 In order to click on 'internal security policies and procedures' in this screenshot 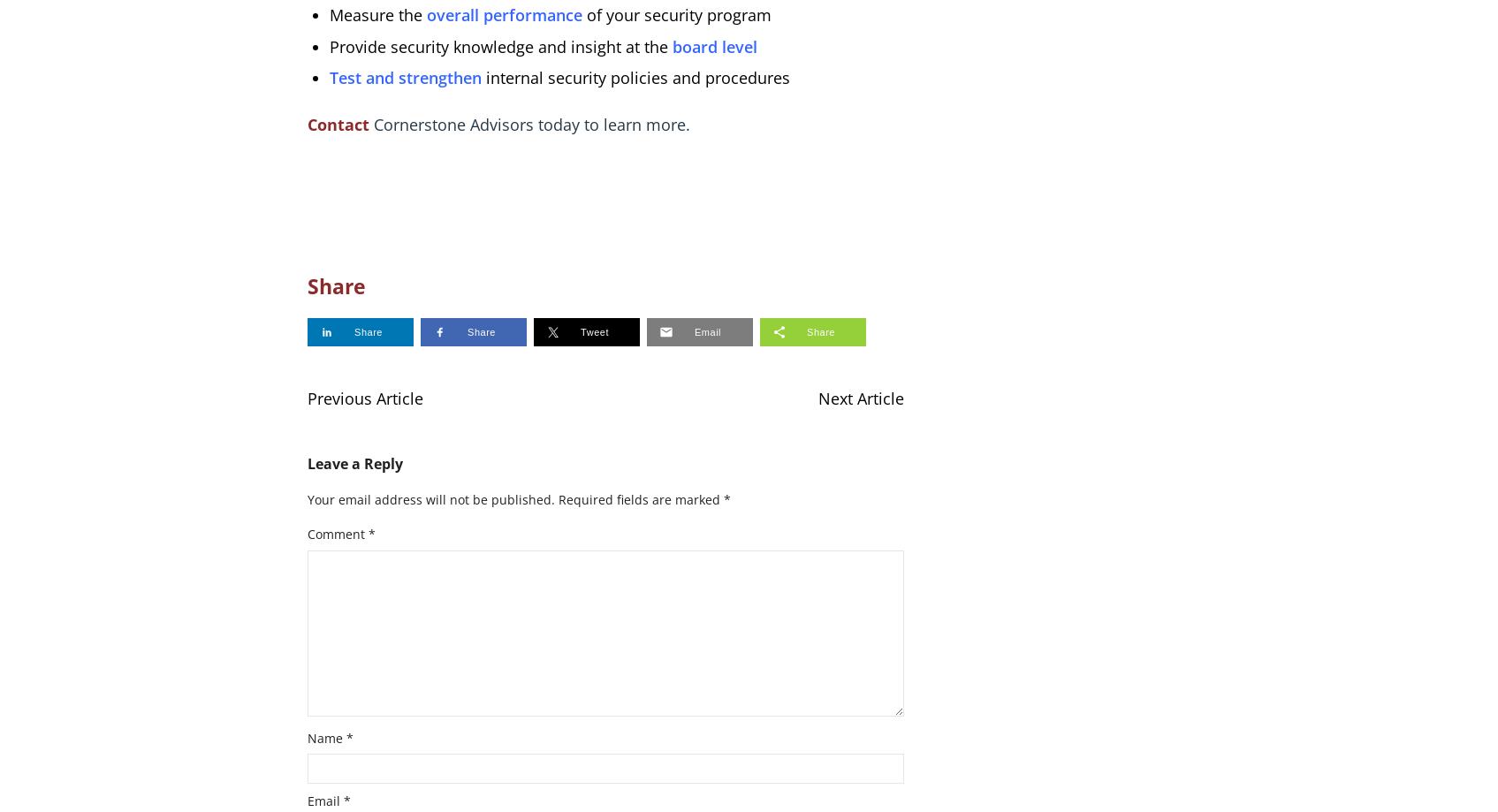, I will do `click(636, 77)`.